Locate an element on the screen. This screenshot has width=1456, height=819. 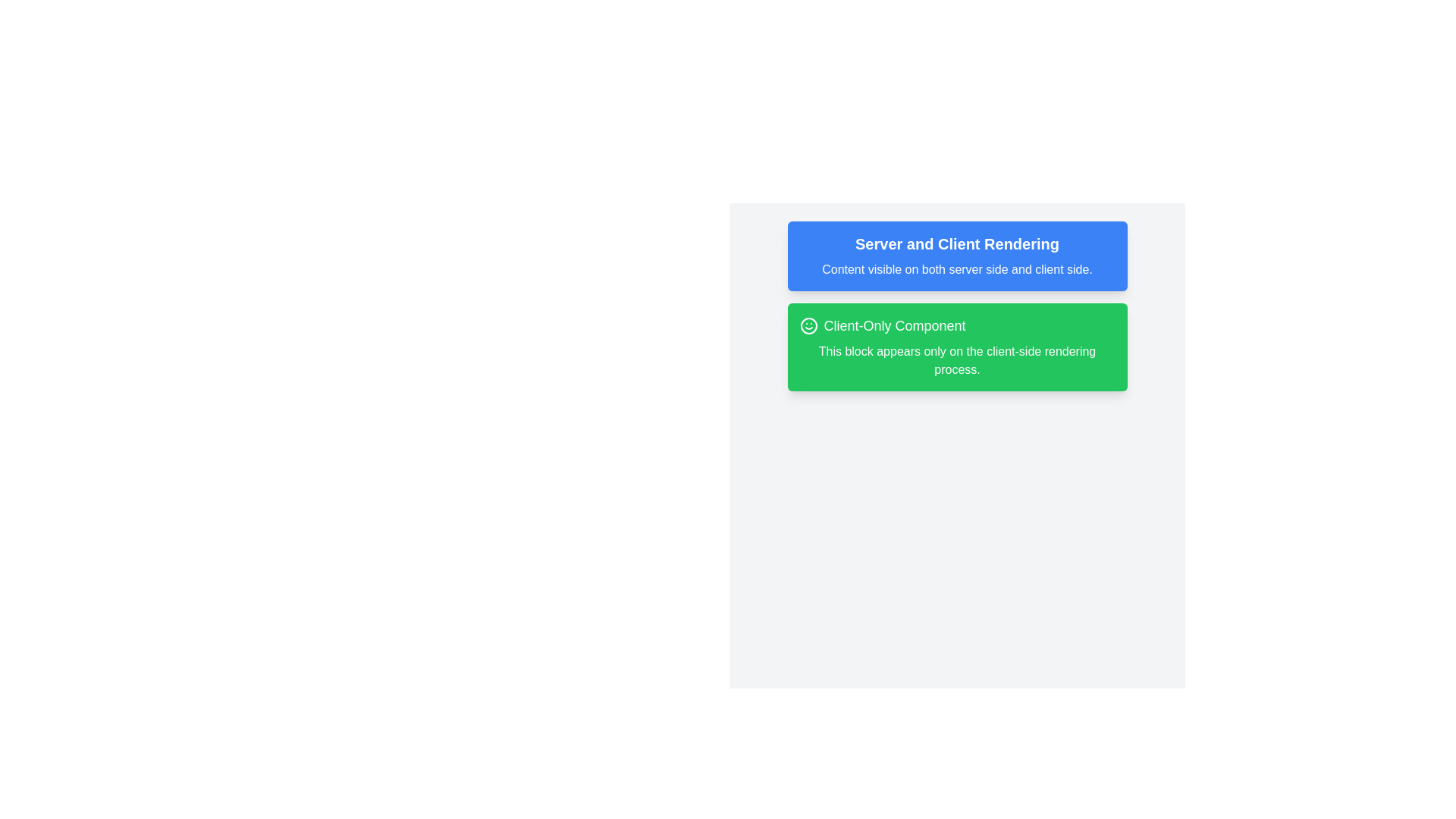
information displayed in the non-interactive informational block located beneath the 'Server and Client Rendering' block, which indicates that its content is exclusive to the client-side rendering process is located at coordinates (956, 347).